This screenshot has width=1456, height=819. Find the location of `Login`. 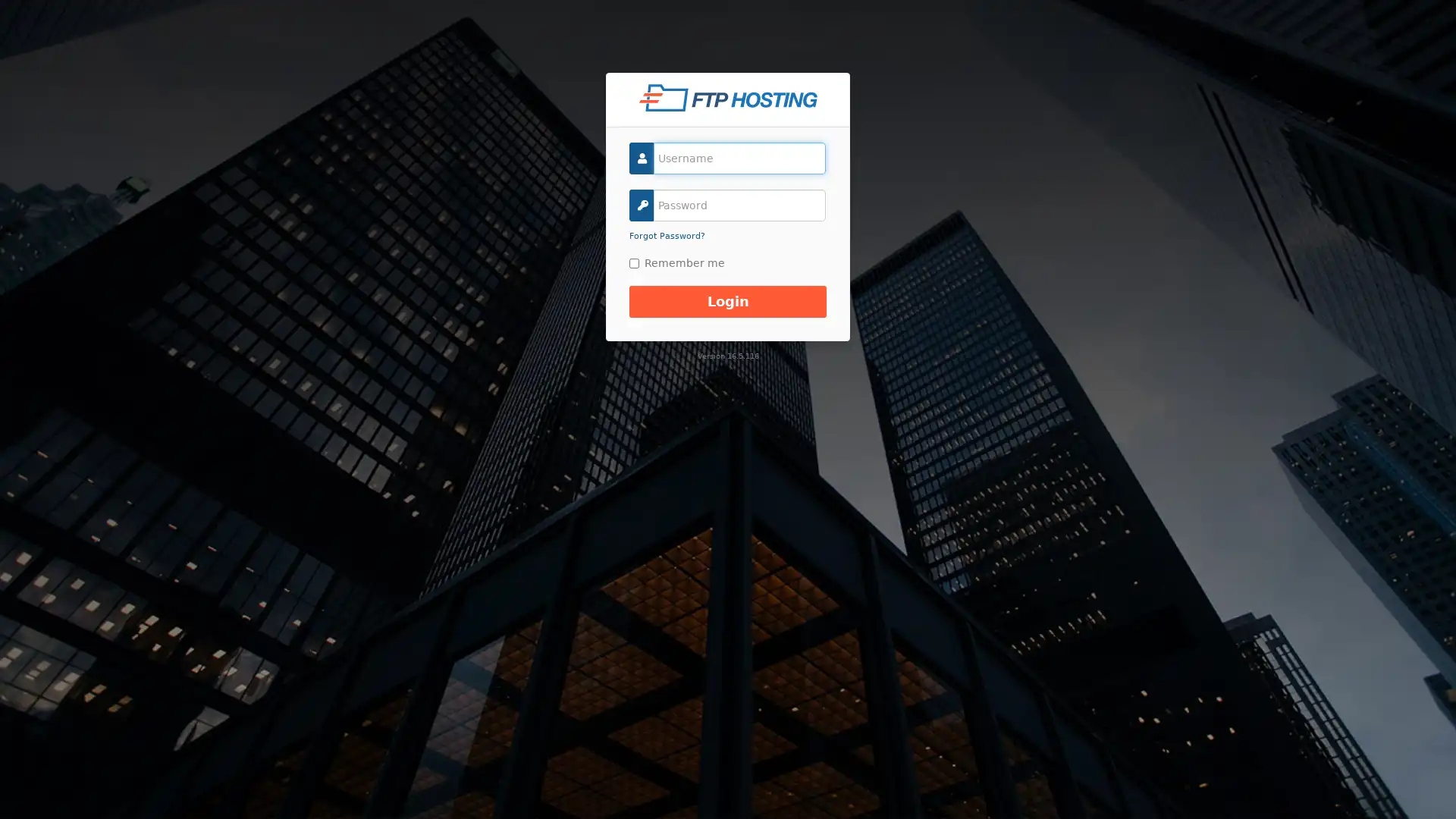

Login is located at coordinates (728, 301).